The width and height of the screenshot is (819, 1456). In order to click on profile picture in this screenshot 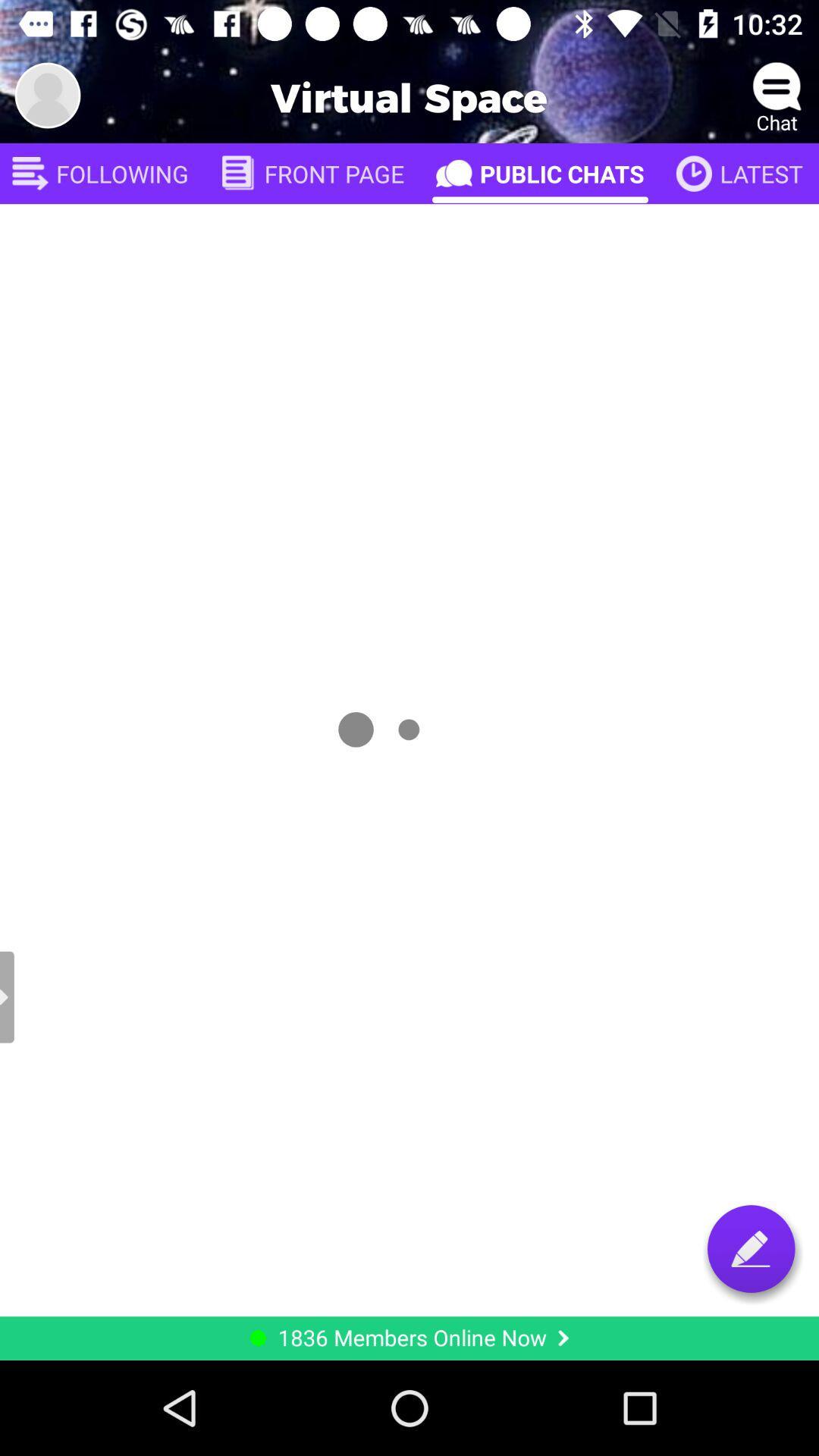, I will do `click(46, 94)`.